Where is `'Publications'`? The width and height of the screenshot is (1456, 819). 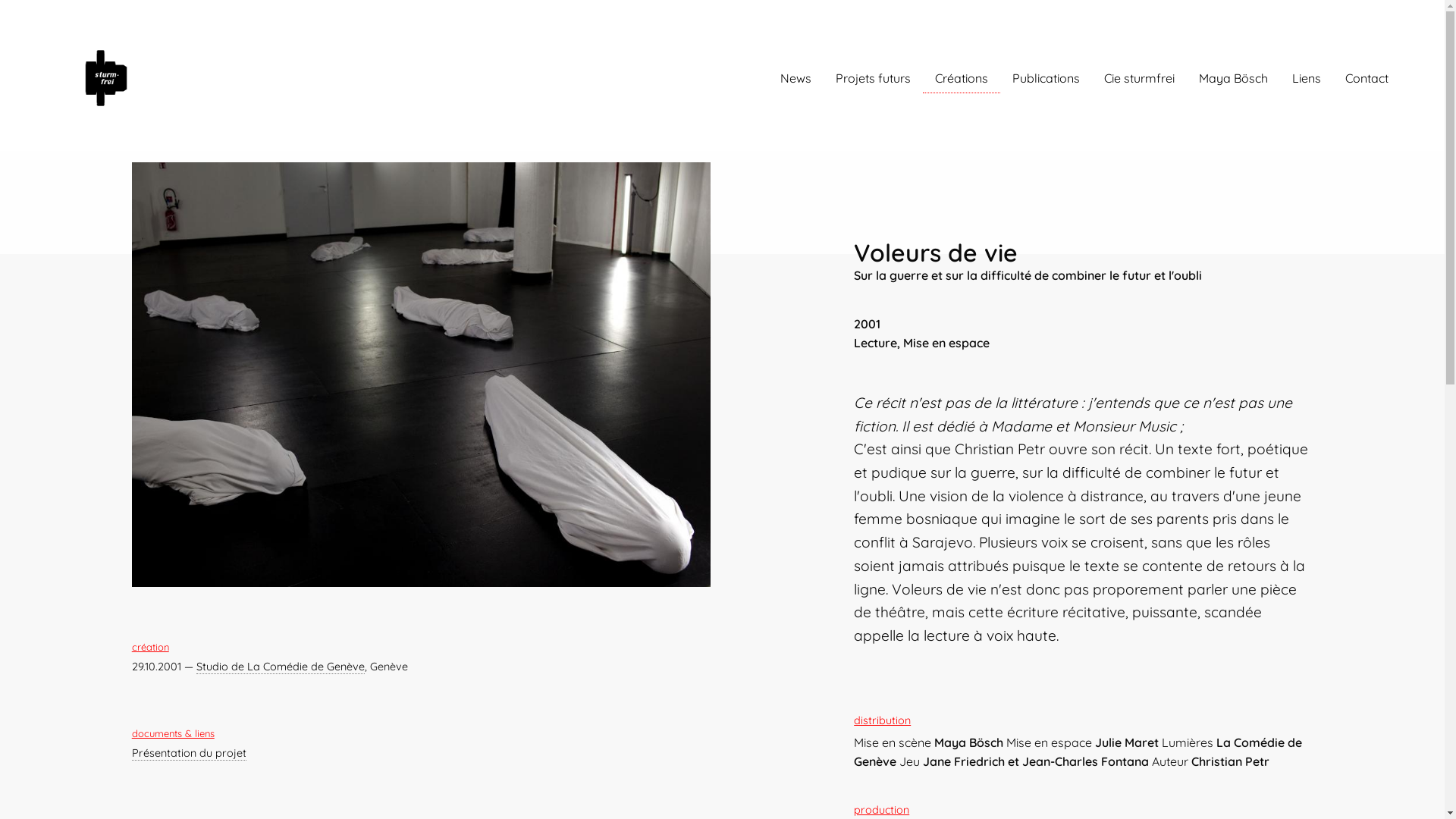
'Publications' is located at coordinates (1000, 78).